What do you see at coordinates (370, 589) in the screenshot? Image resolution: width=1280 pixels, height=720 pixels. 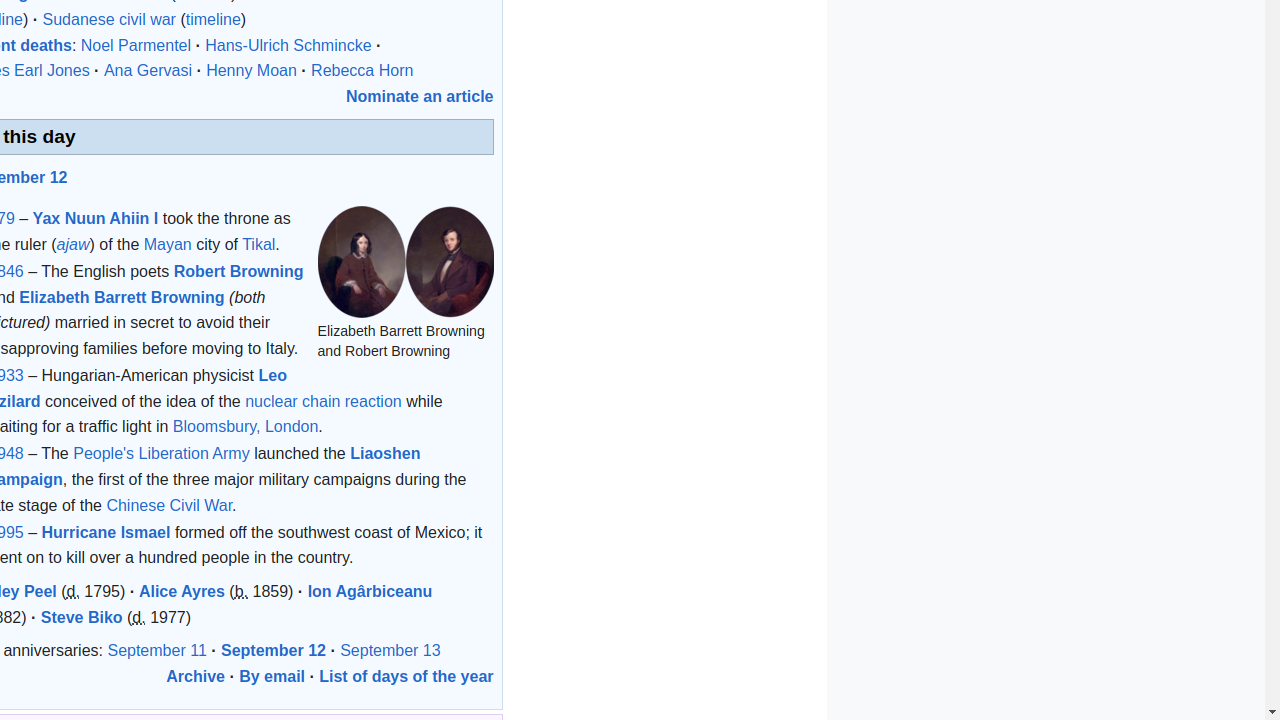 I see `'Ion Agârbiceanu'` at bounding box center [370, 589].